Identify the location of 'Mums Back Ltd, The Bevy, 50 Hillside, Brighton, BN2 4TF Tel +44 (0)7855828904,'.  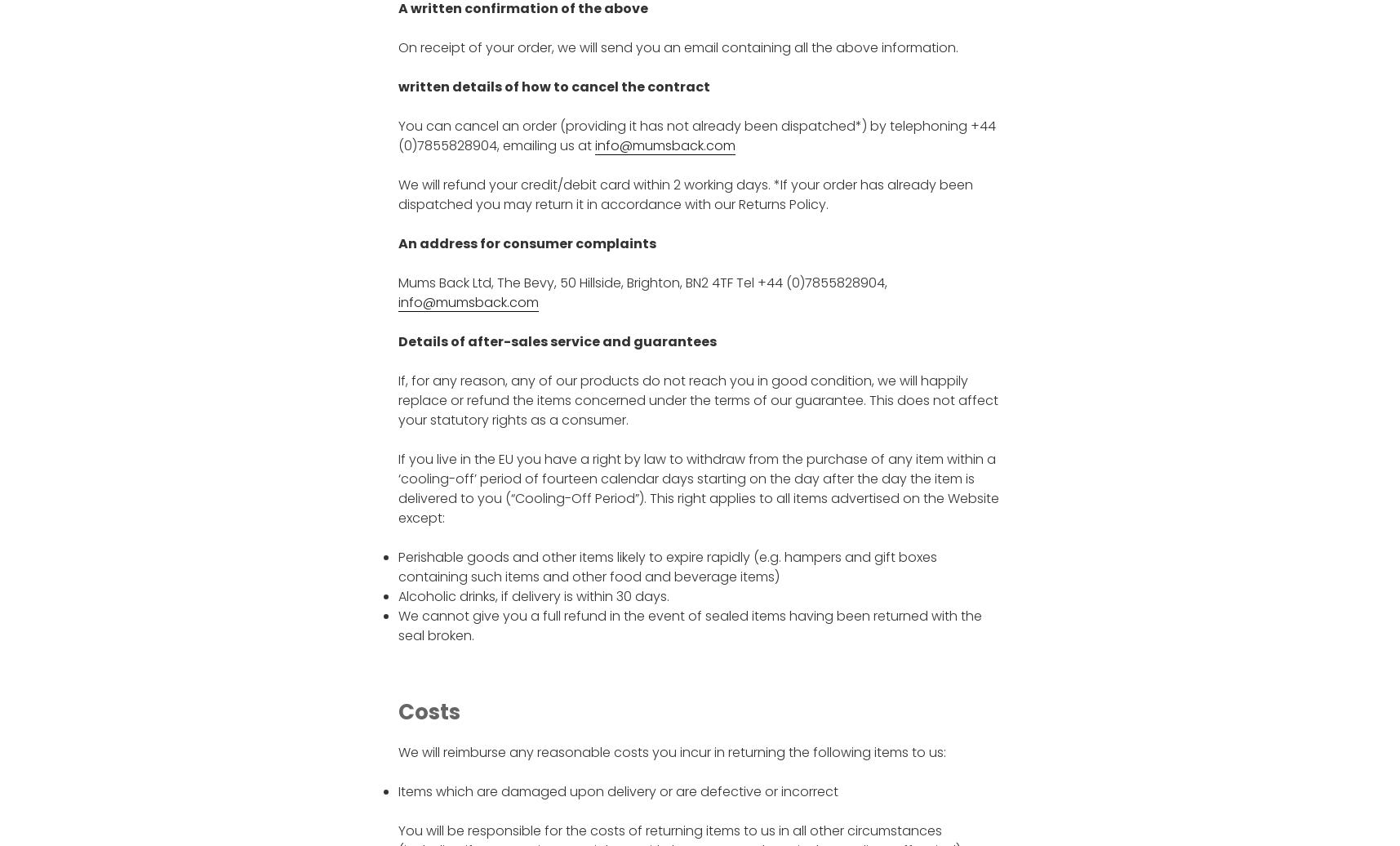
(398, 283).